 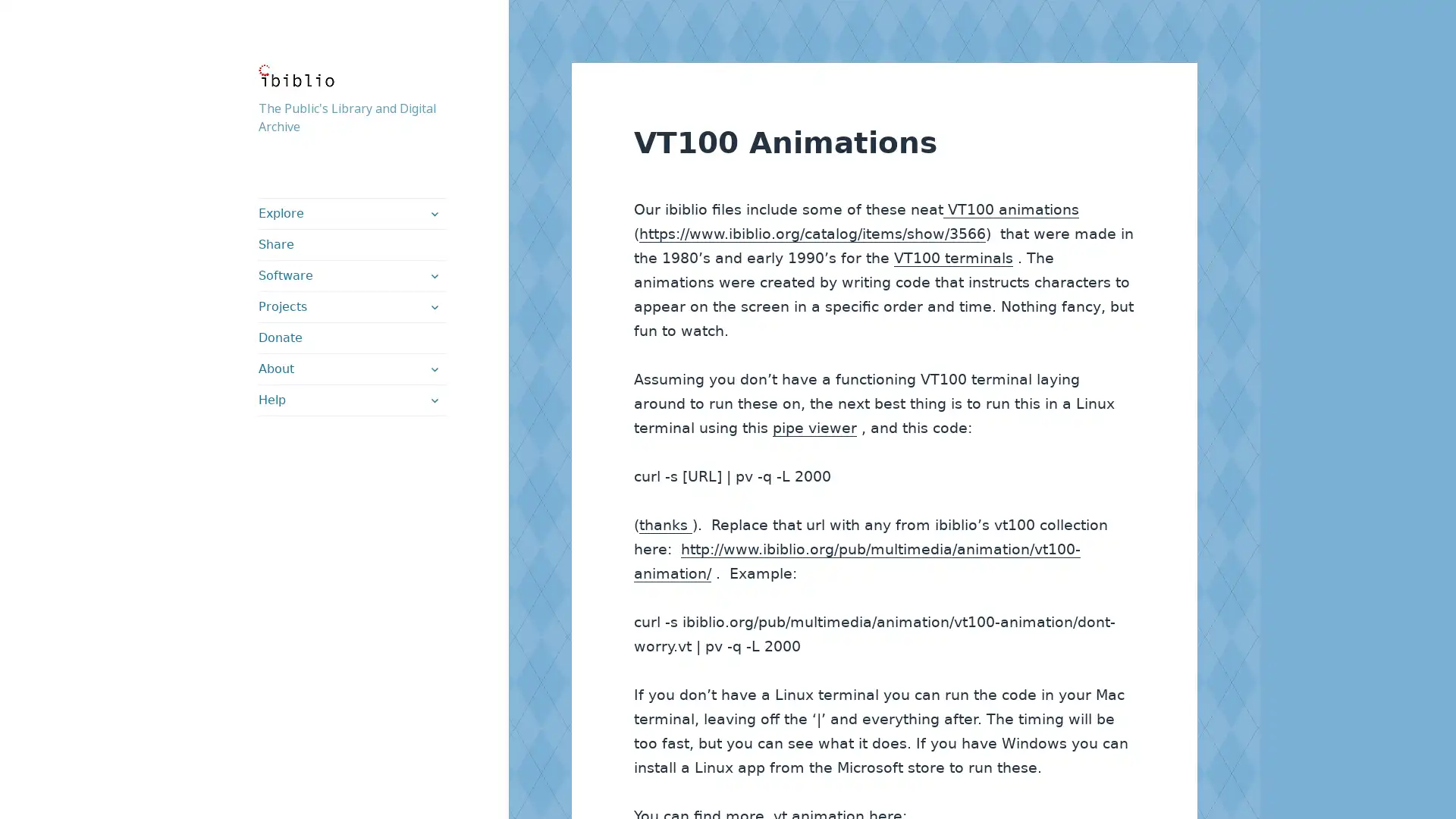 I want to click on expand child menu, so click(x=432, y=213).